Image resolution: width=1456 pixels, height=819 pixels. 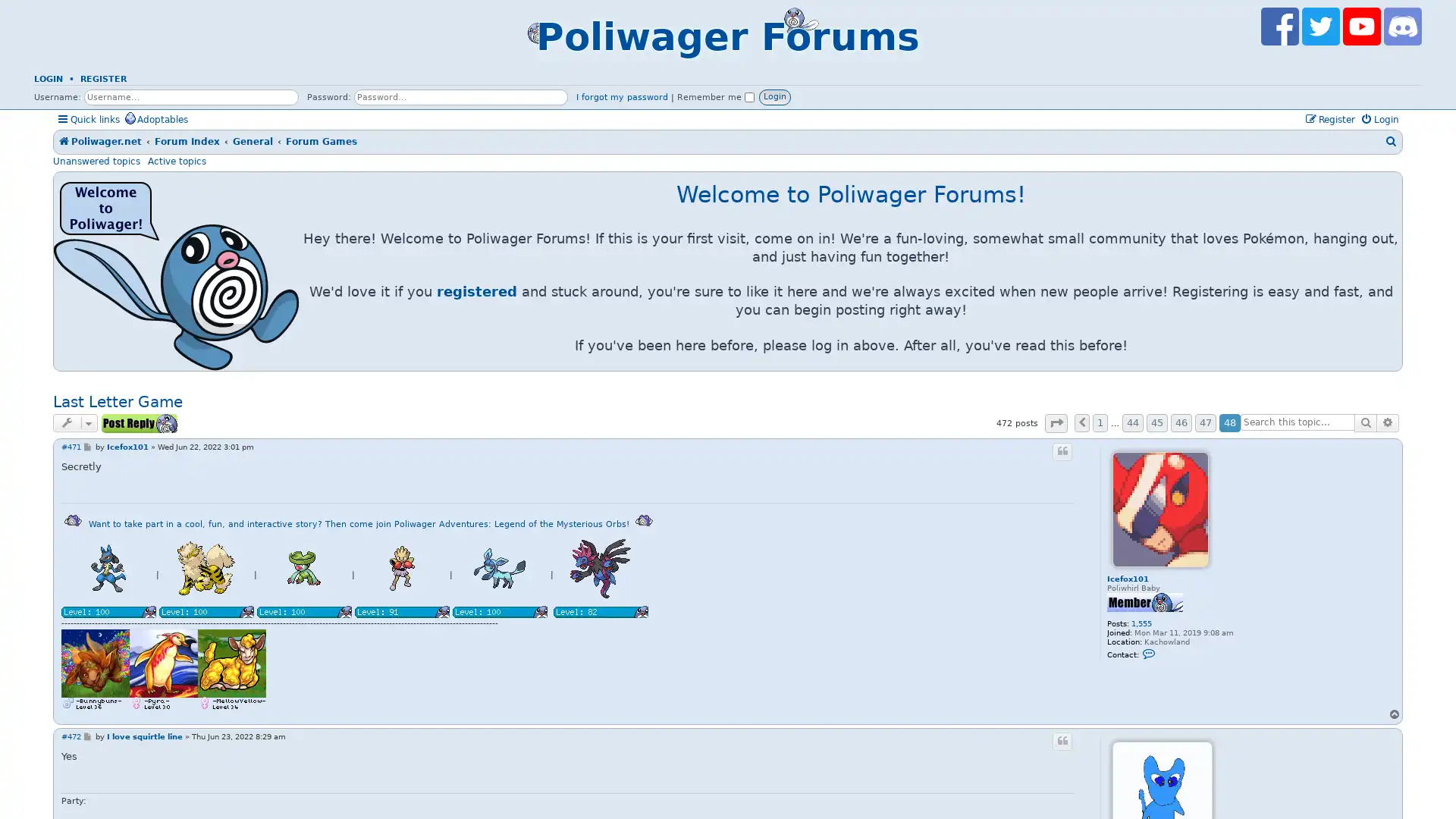 I want to click on 47, so click(x=1204, y=423).